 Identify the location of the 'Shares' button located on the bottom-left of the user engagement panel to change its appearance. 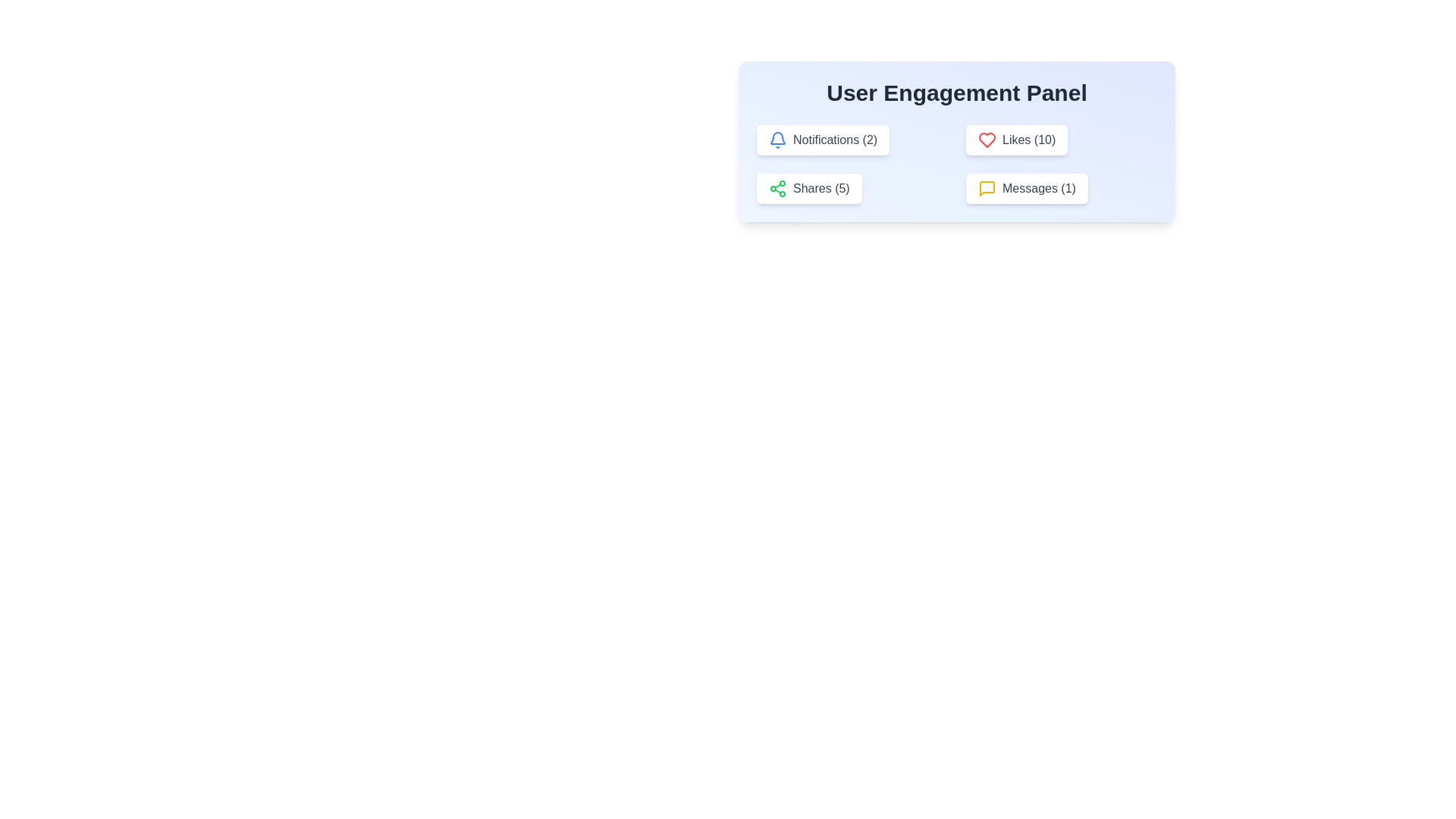
(808, 188).